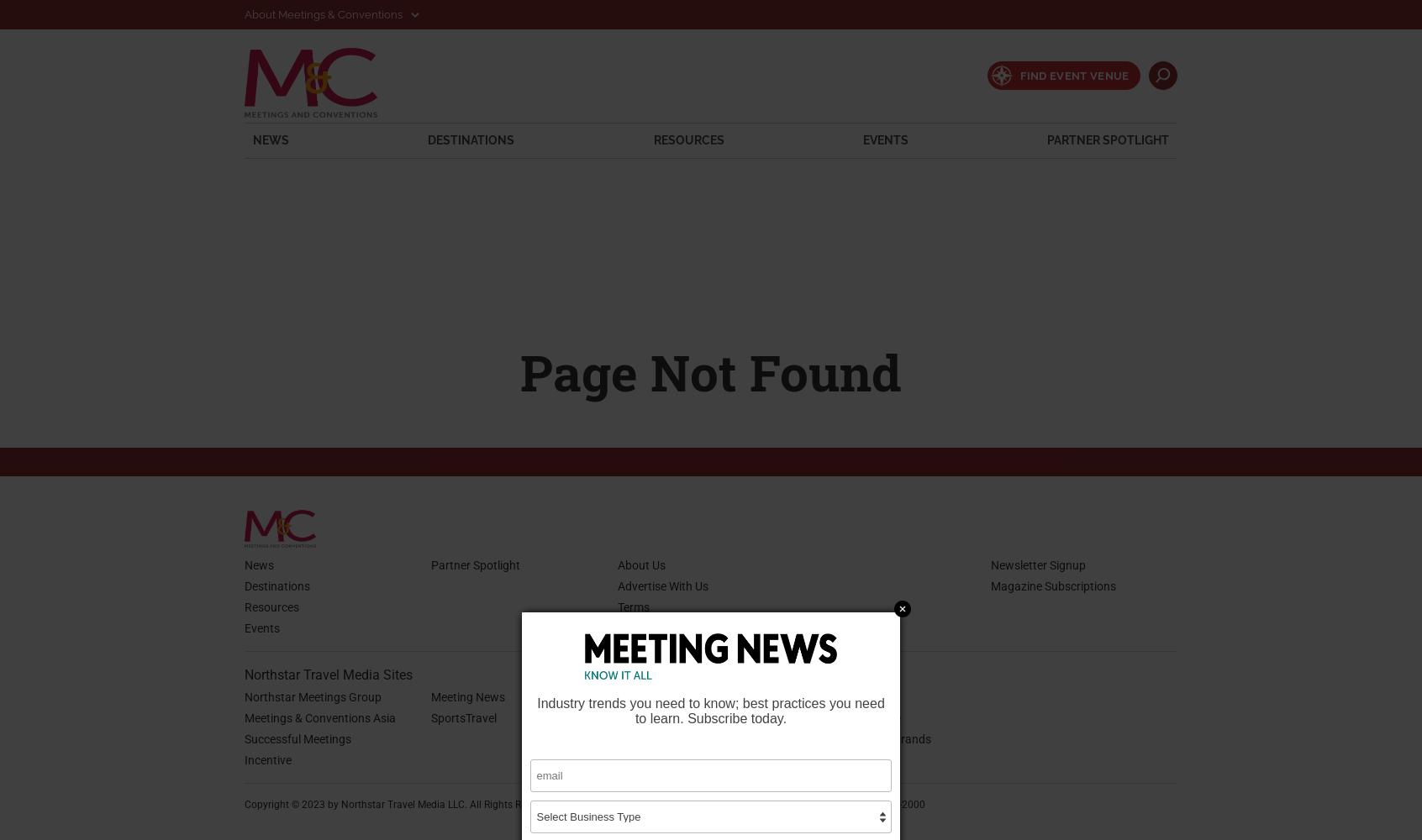 The image size is (1422, 840). I want to click on 'Northstar Meetings Group', so click(313, 696).